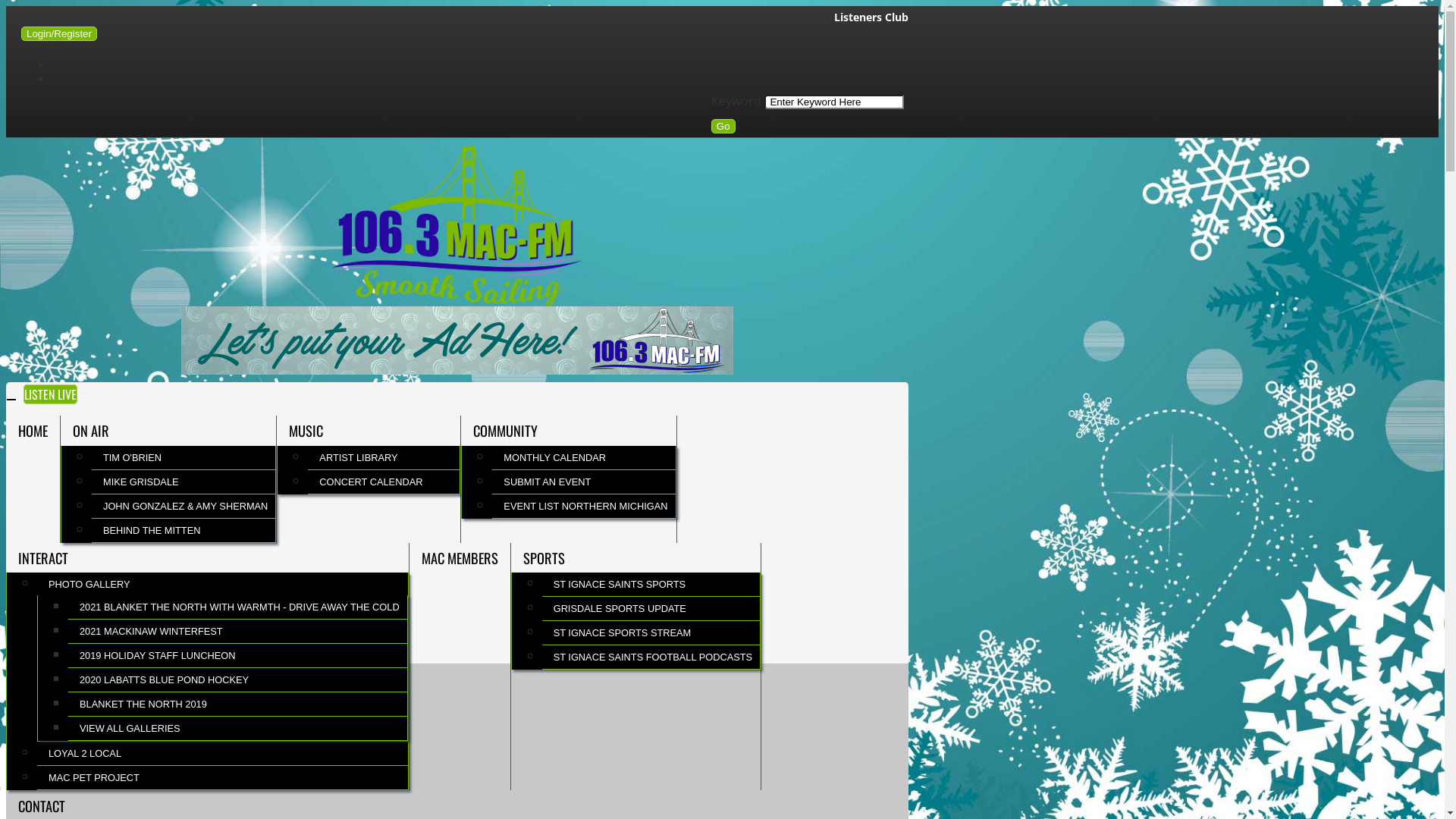 The image size is (1456, 819). Describe the element at coordinates (459, 558) in the screenshot. I see `'MAC MEMBERS'` at that location.